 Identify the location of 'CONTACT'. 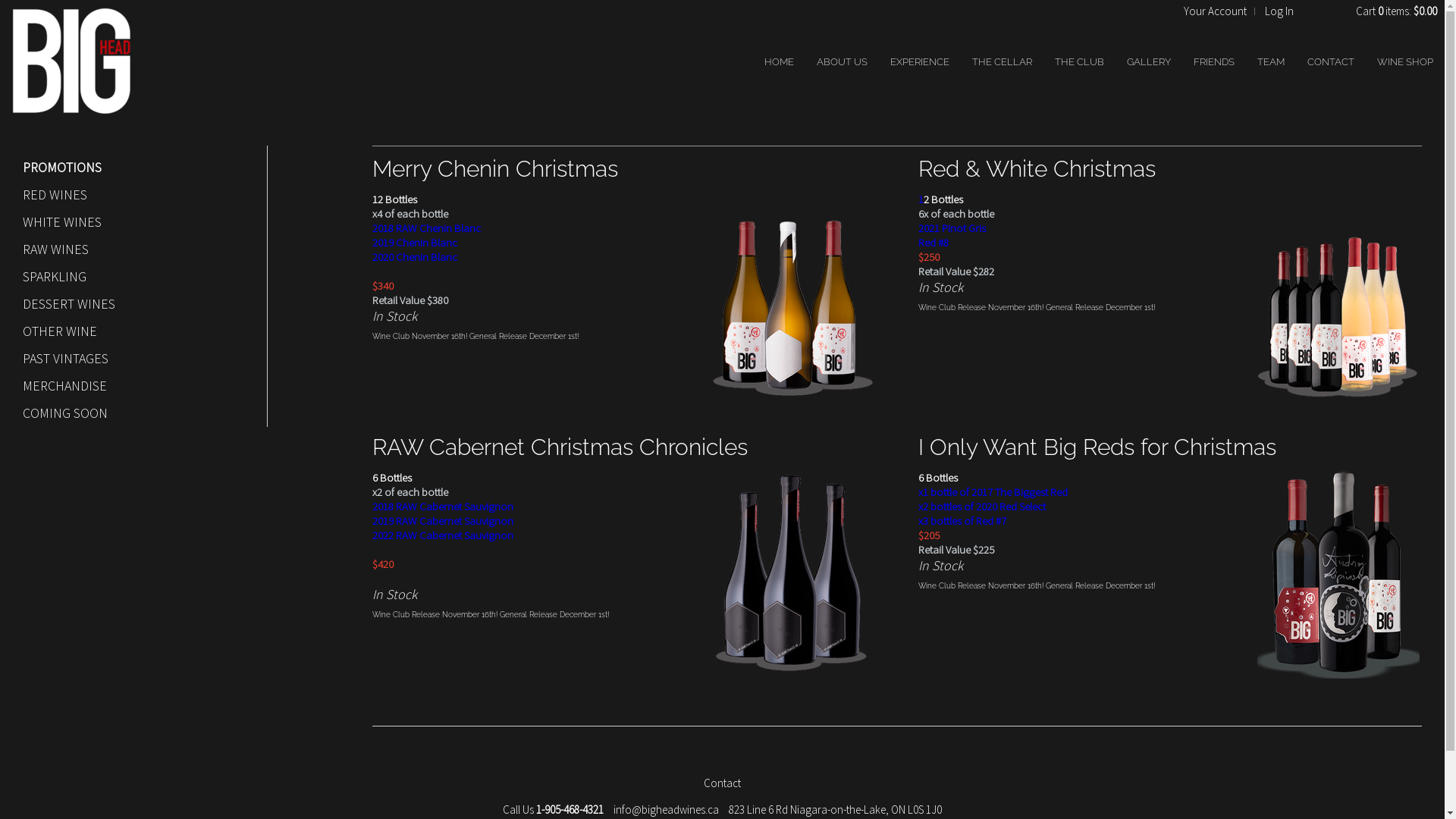
(1330, 61).